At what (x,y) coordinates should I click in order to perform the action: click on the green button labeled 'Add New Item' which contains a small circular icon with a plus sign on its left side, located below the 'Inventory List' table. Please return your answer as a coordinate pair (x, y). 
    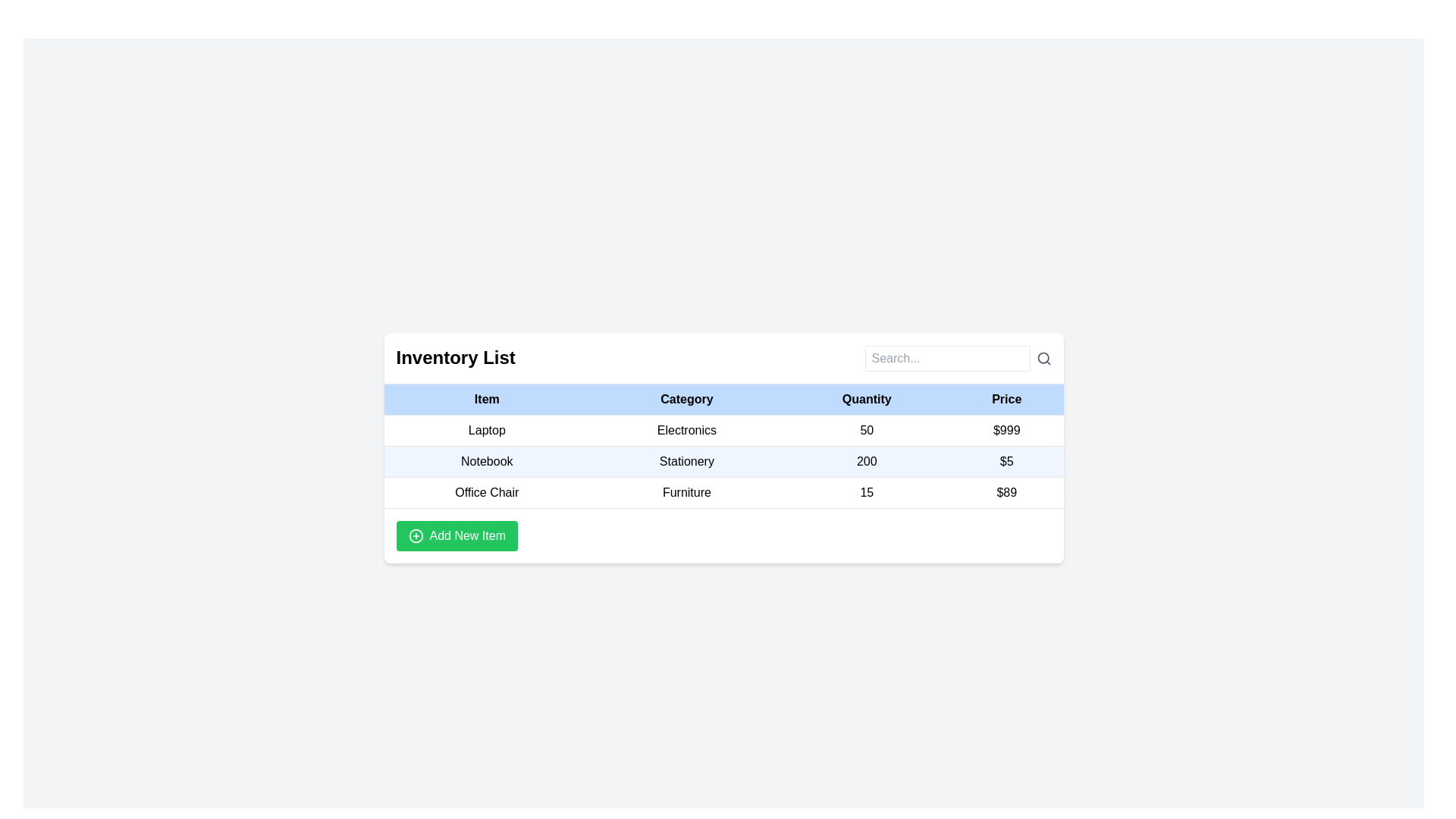
    Looking at the image, I should click on (416, 535).